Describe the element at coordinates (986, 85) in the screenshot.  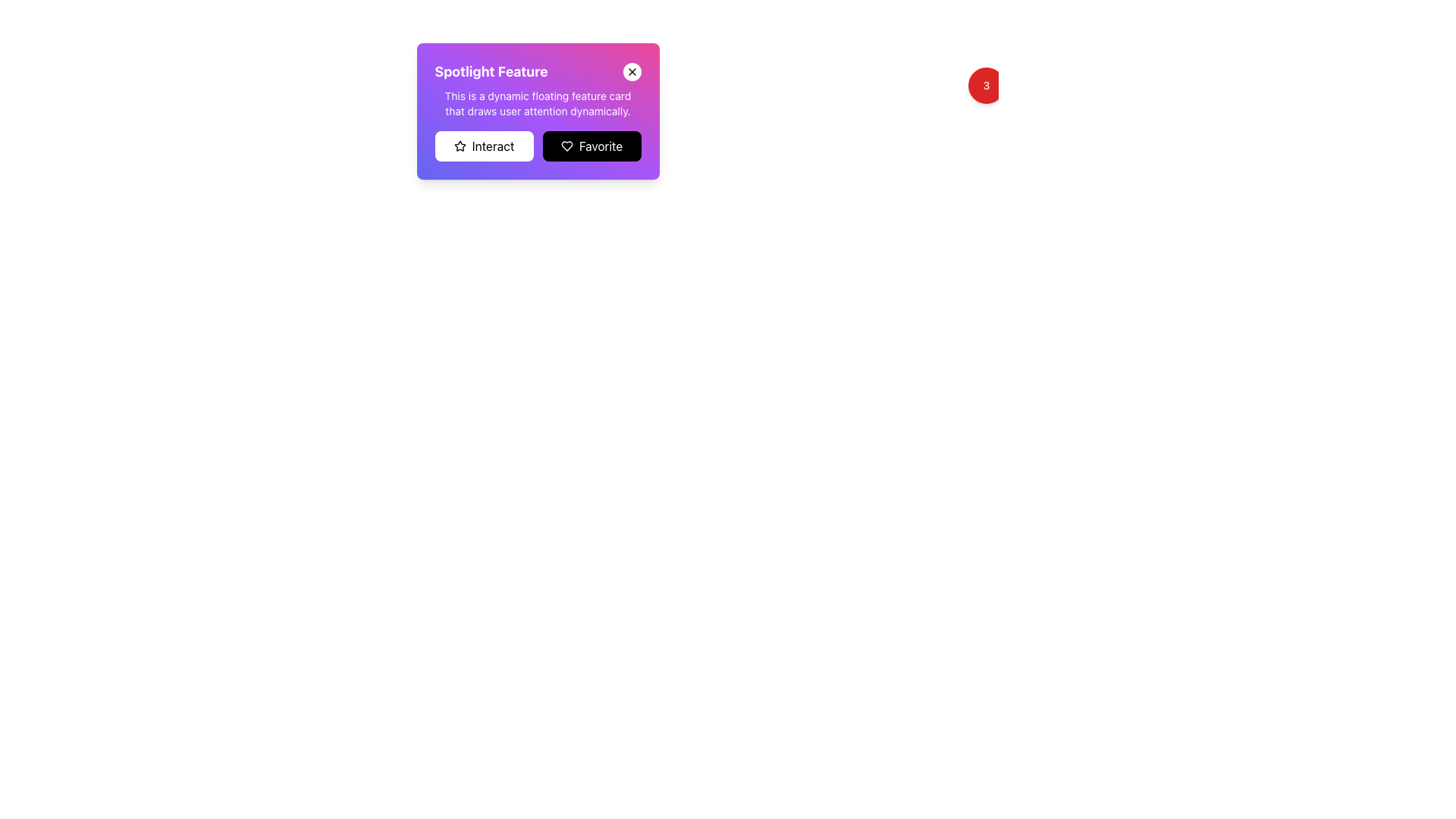
I see `displayed number '3' on the circular red badge located in the top-right corner of the interface` at that location.